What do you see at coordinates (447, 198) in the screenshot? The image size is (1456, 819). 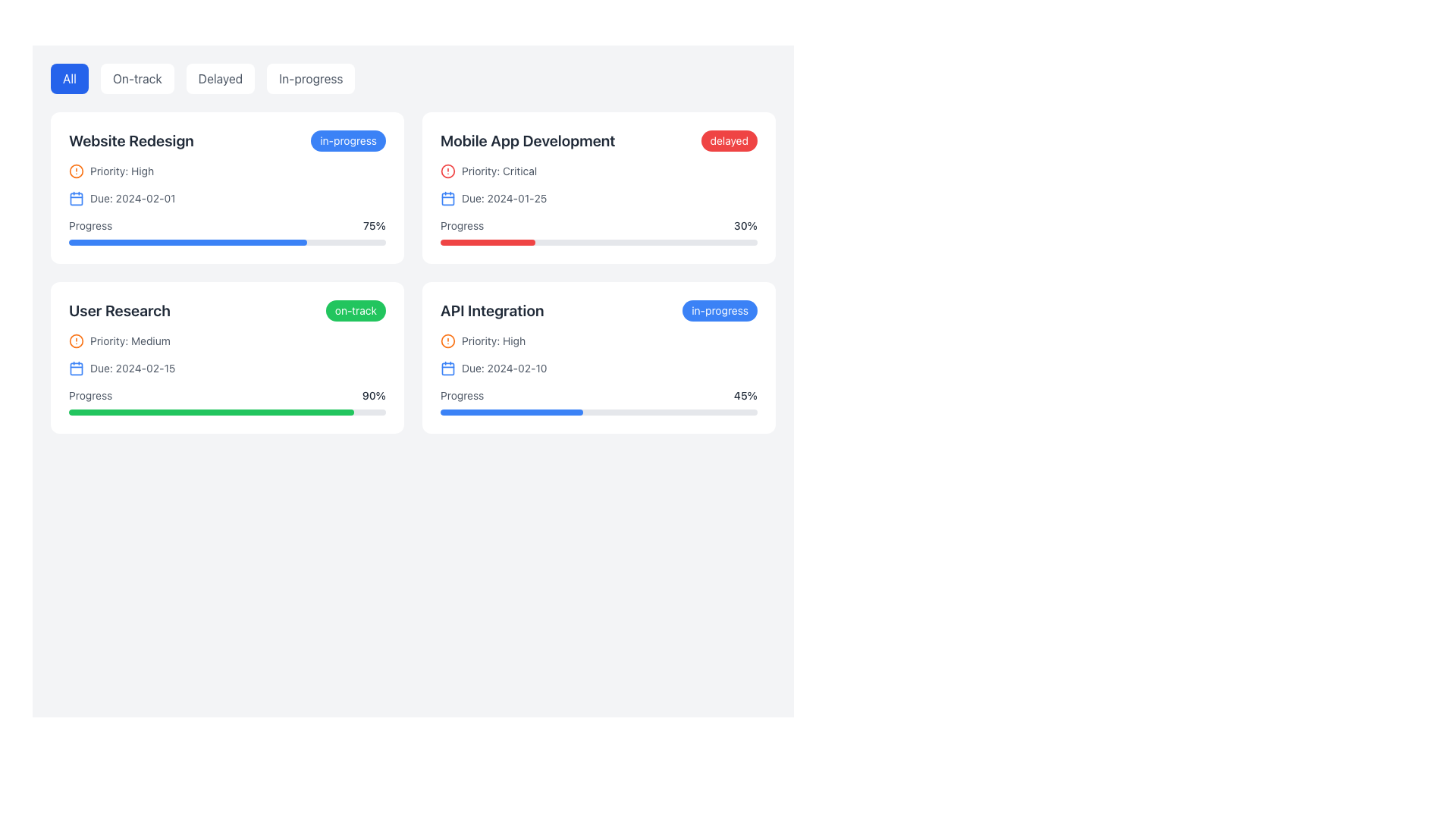 I see `the calendar icon styled with blue color and round edges, located to the left of the text 'Due: 2024-01-25' within the card labeled 'Mobile App Development'` at bounding box center [447, 198].